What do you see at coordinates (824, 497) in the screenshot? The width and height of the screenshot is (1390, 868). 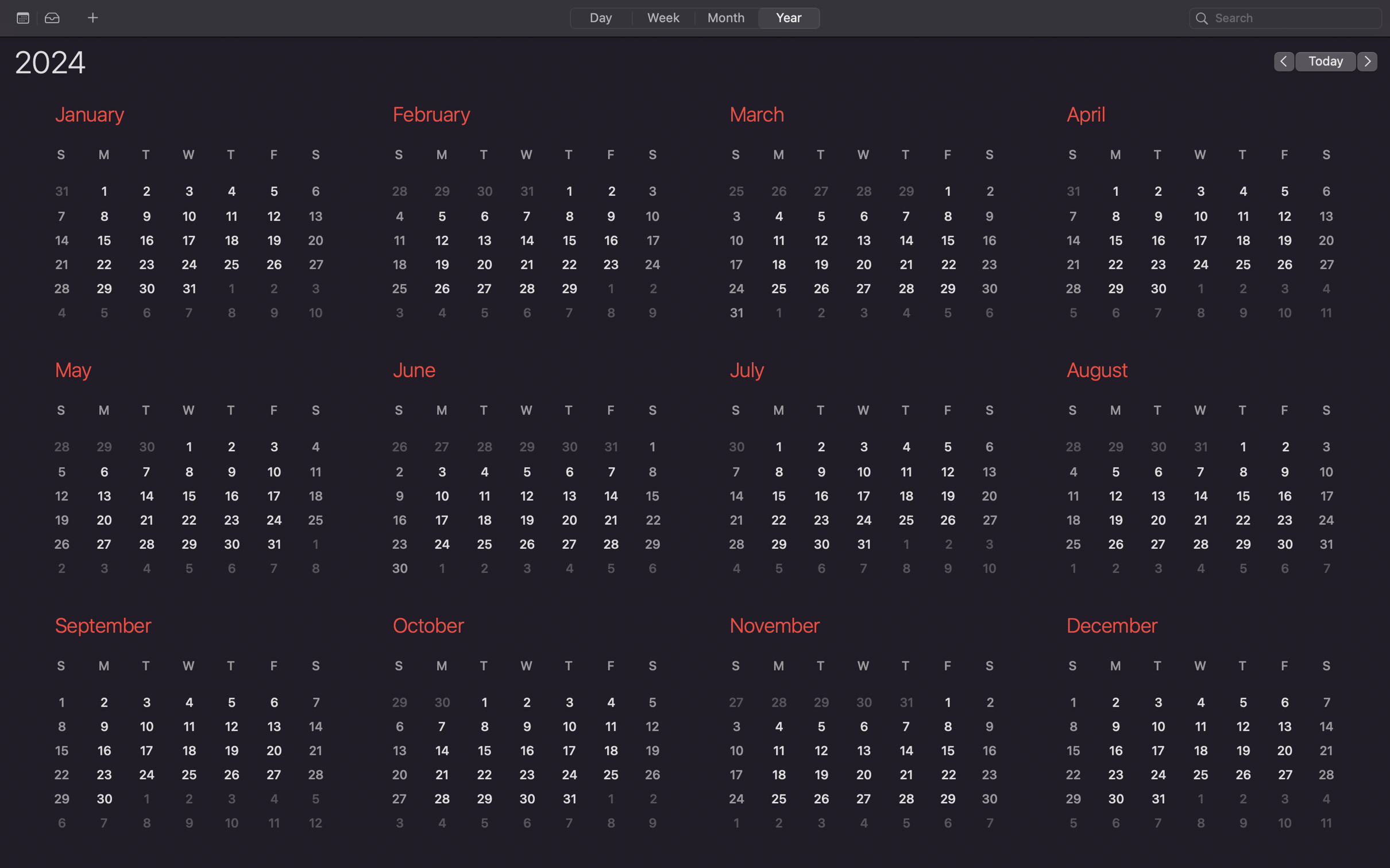 I see `the 16th of July on the calendar` at bounding box center [824, 497].